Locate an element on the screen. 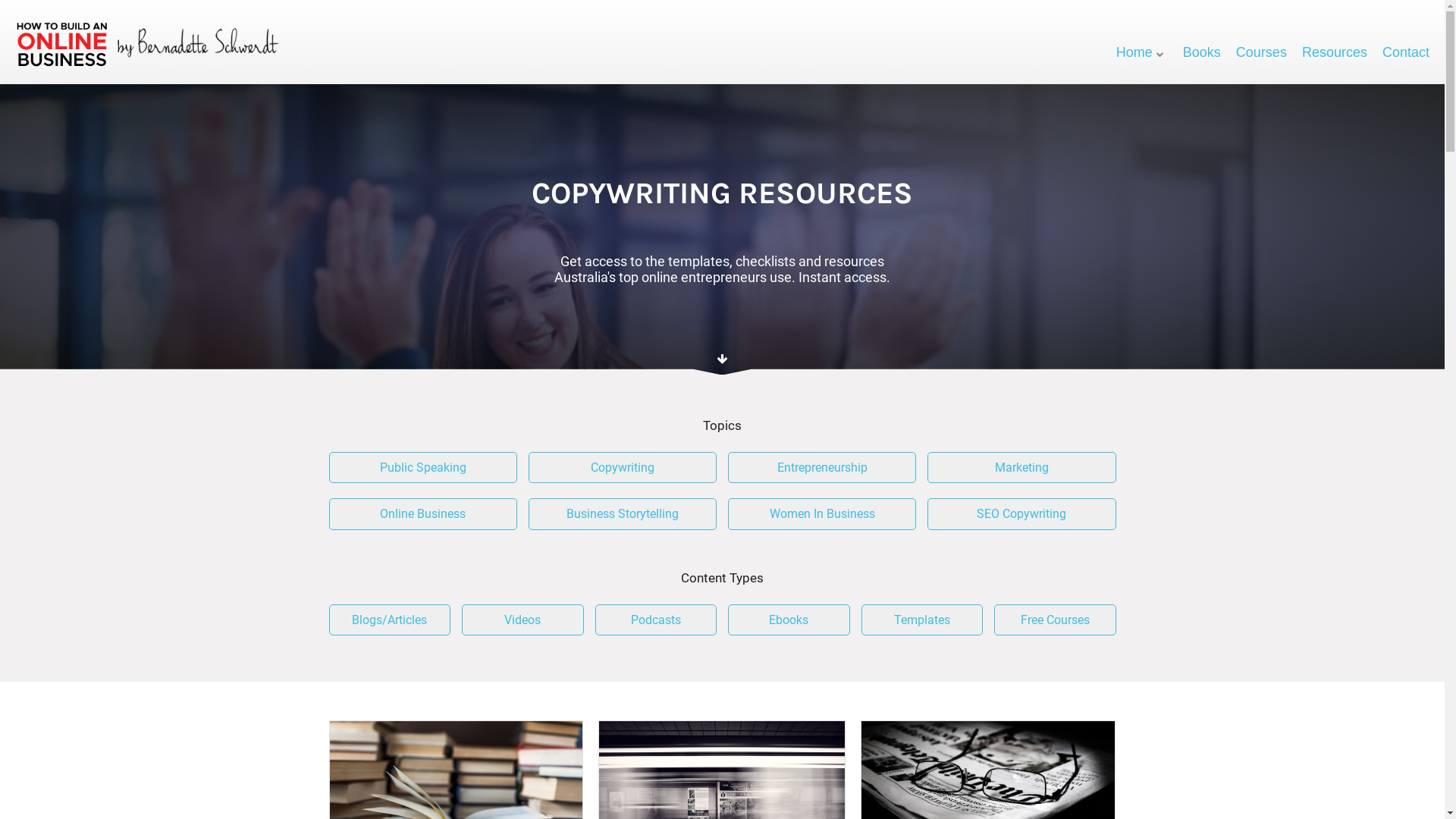 The width and height of the screenshot is (1456, 819). 'Marketing' is located at coordinates (1021, 467).